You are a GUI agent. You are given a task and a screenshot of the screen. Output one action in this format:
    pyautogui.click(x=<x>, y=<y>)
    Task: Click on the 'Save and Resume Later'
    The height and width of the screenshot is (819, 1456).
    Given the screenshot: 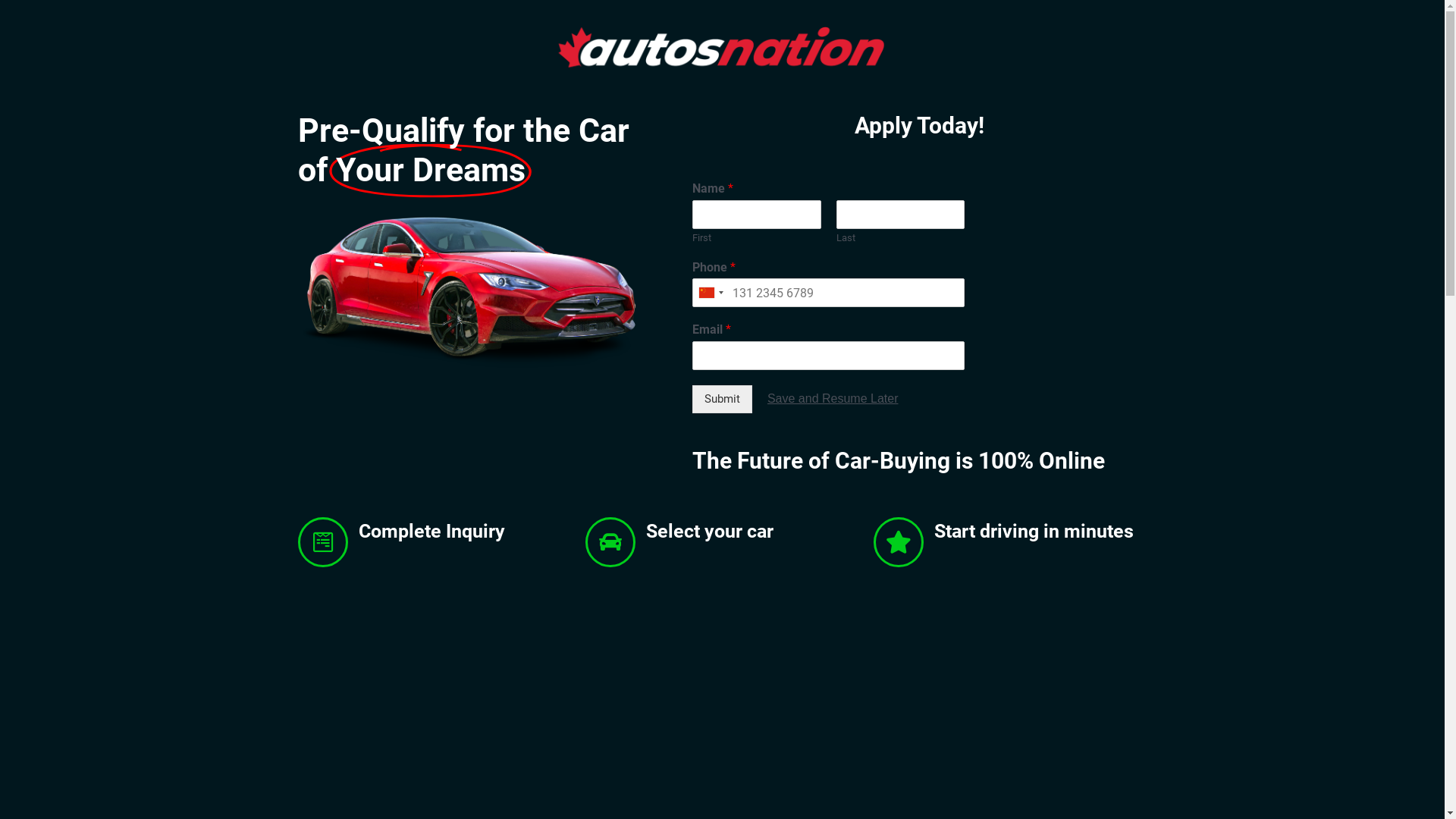 What is the action you would take?
    pyautogui.click(x=832, y=397)
    